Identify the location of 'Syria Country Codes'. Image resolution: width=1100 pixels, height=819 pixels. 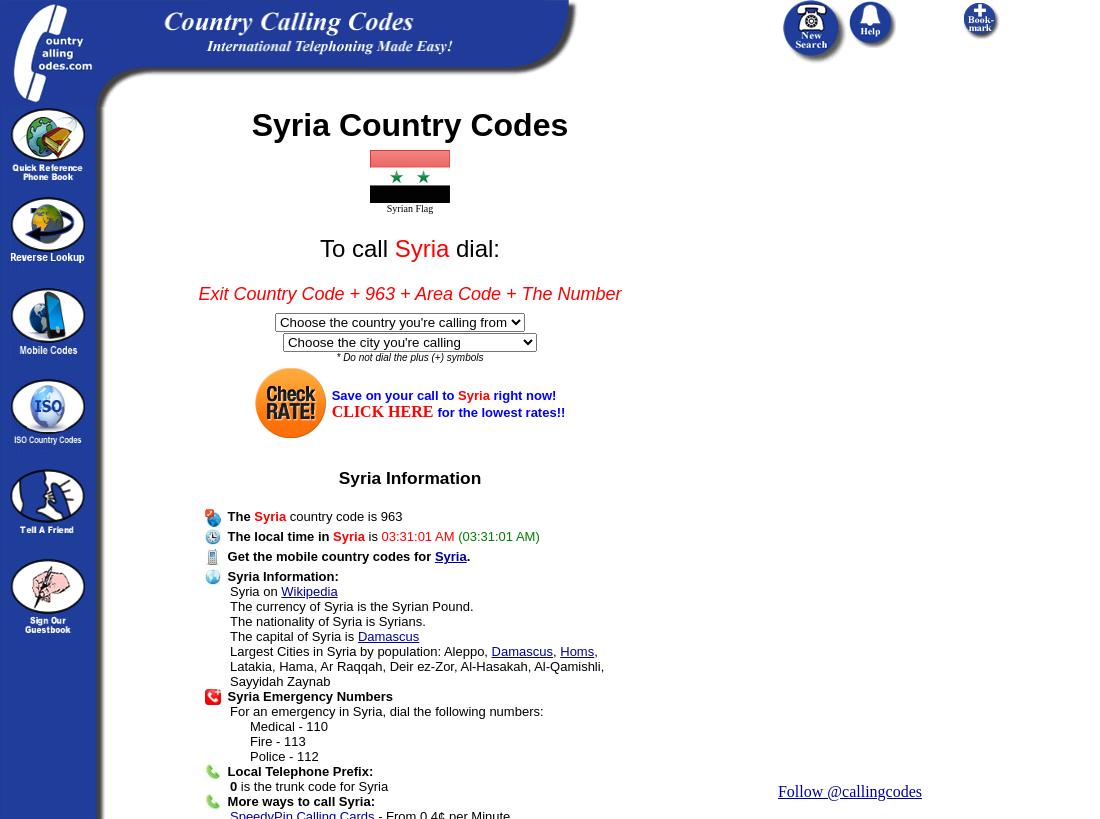
(409, 123).